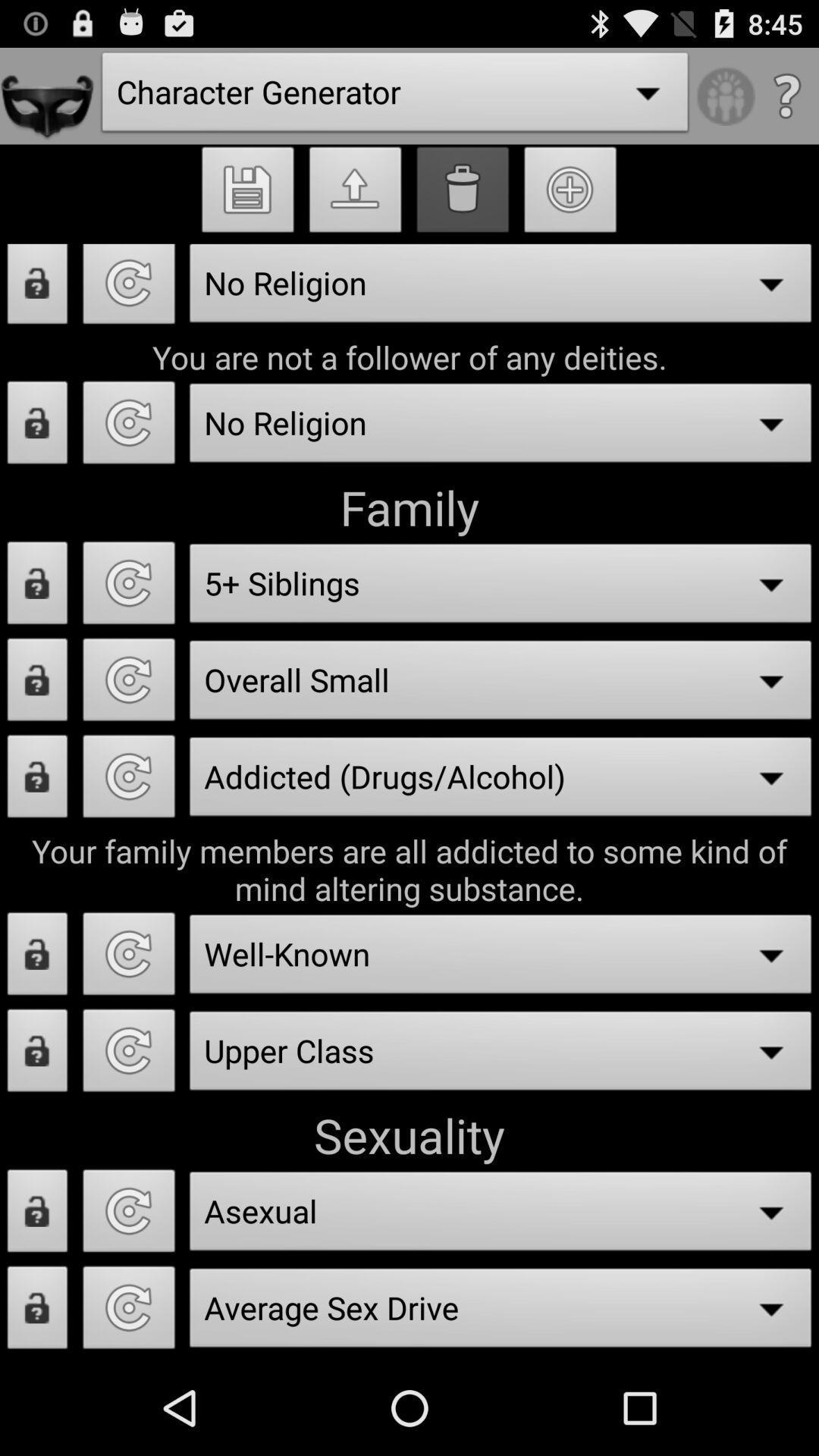 The image size is (819, 1456). What do you see at coordinates (36, 957) in the screenshot?
I see `password` at bounding box center [36, 957].